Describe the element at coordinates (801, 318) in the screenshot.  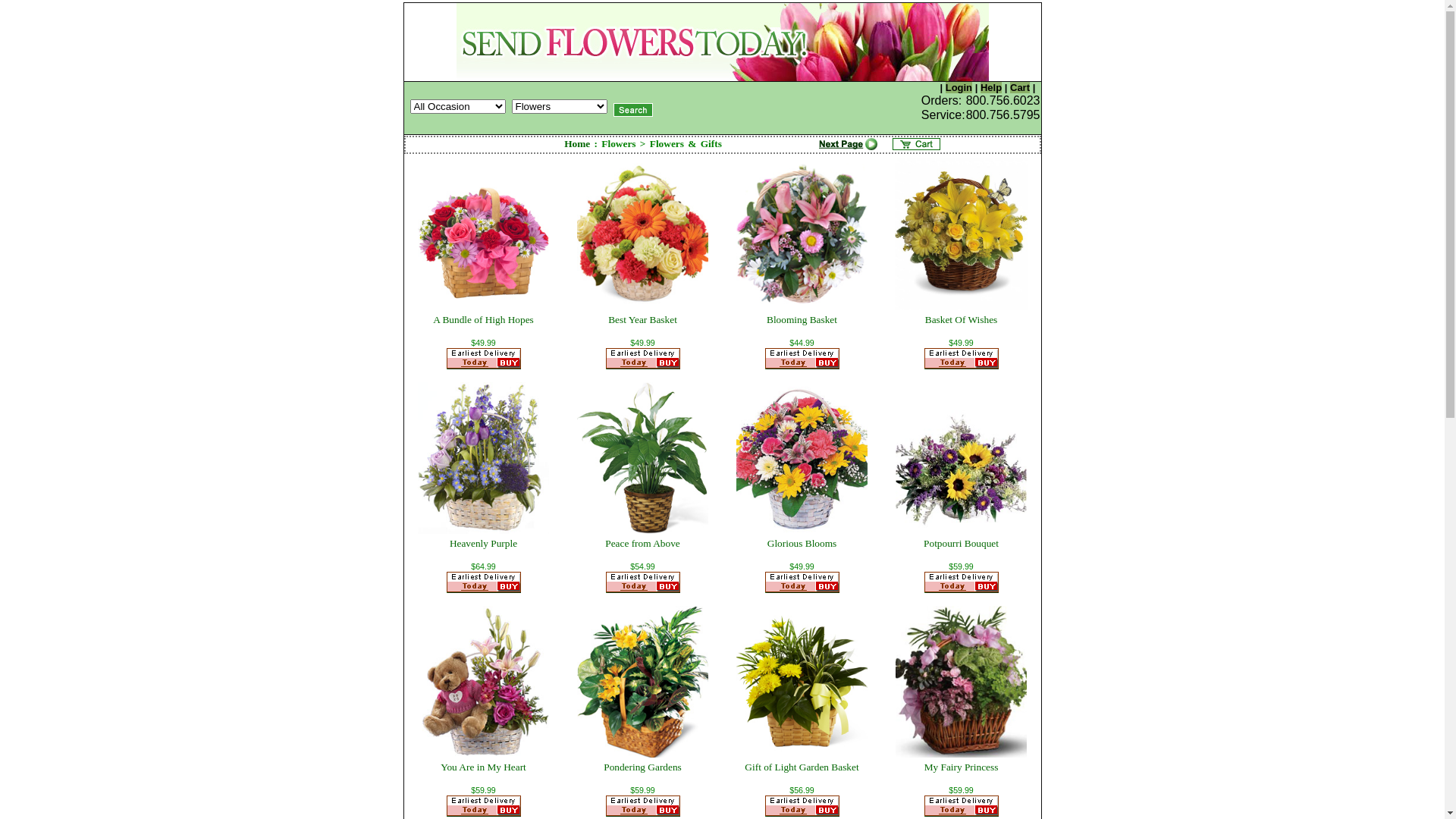
I see `'Blooming Basket'` at that location.